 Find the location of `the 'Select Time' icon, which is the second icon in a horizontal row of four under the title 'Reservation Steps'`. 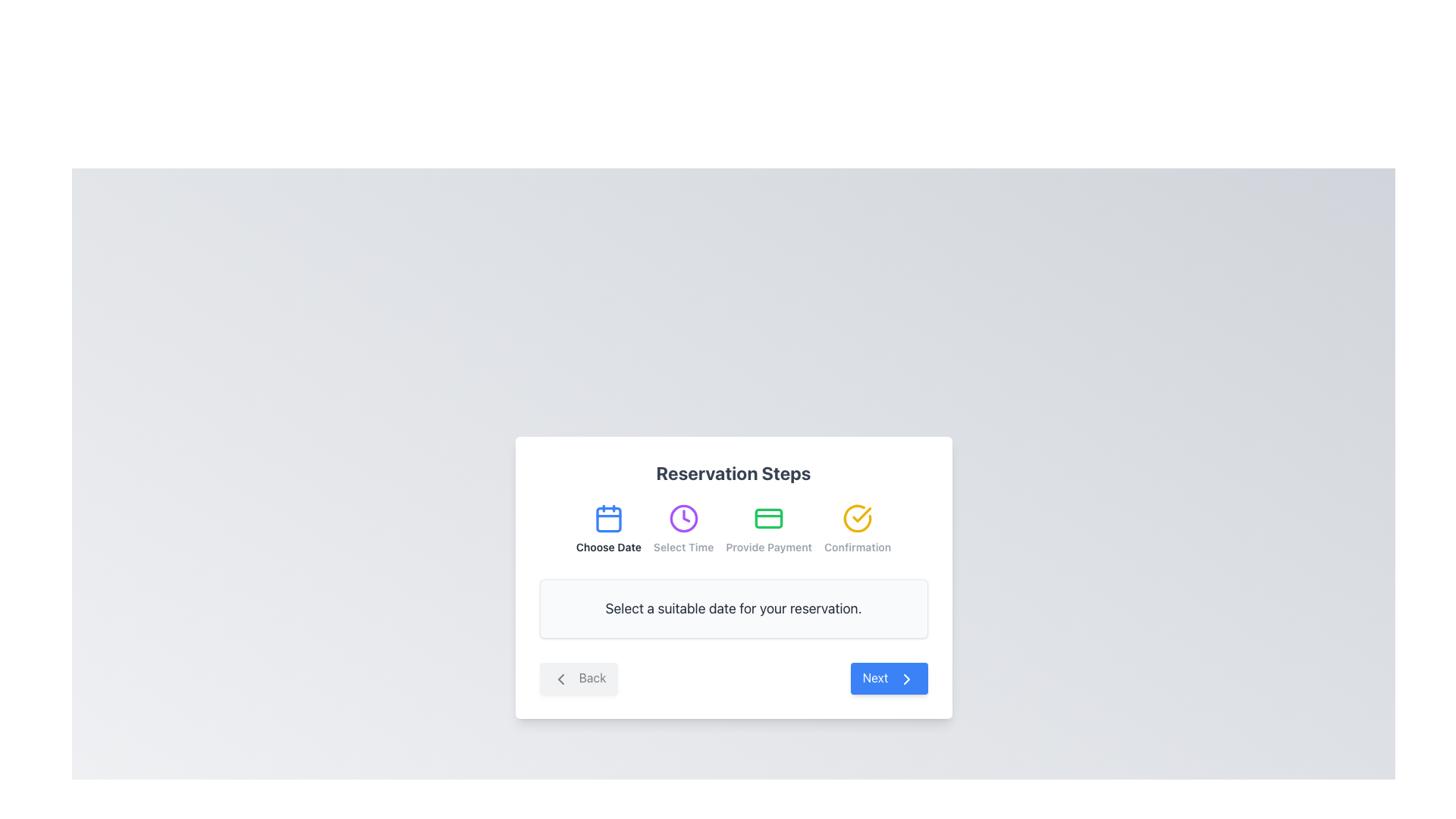

the 'Select Time' icon, which is the second icon in a horizontal row of four under the title 'Reservation Steps' is located at coordinates (682, 518).